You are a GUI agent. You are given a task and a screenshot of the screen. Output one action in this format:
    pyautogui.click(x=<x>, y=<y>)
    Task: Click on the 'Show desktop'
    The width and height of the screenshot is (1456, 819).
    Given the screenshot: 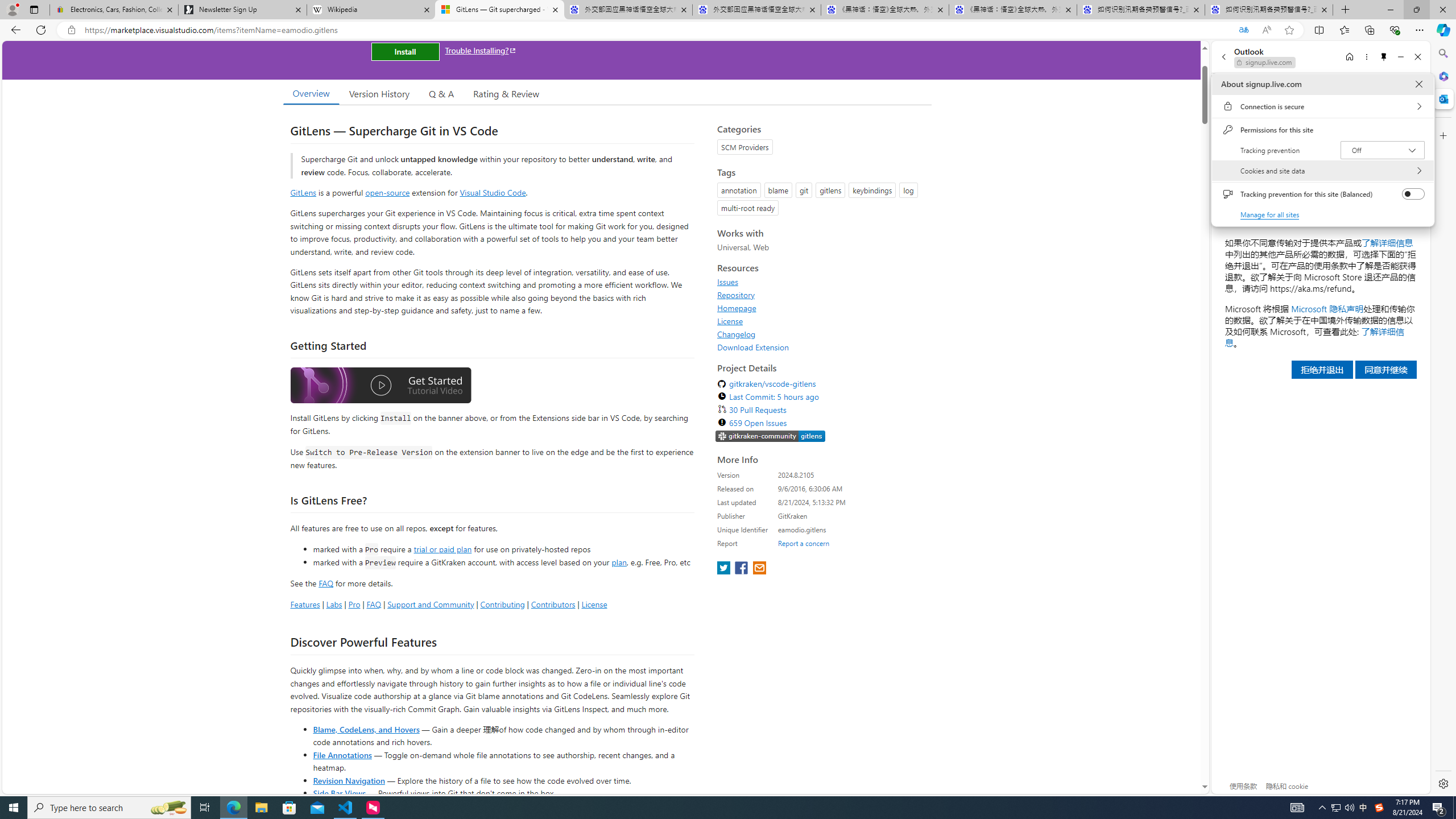 What is the action you would take?
    pyautogui.click(x=1454, y=806)
    